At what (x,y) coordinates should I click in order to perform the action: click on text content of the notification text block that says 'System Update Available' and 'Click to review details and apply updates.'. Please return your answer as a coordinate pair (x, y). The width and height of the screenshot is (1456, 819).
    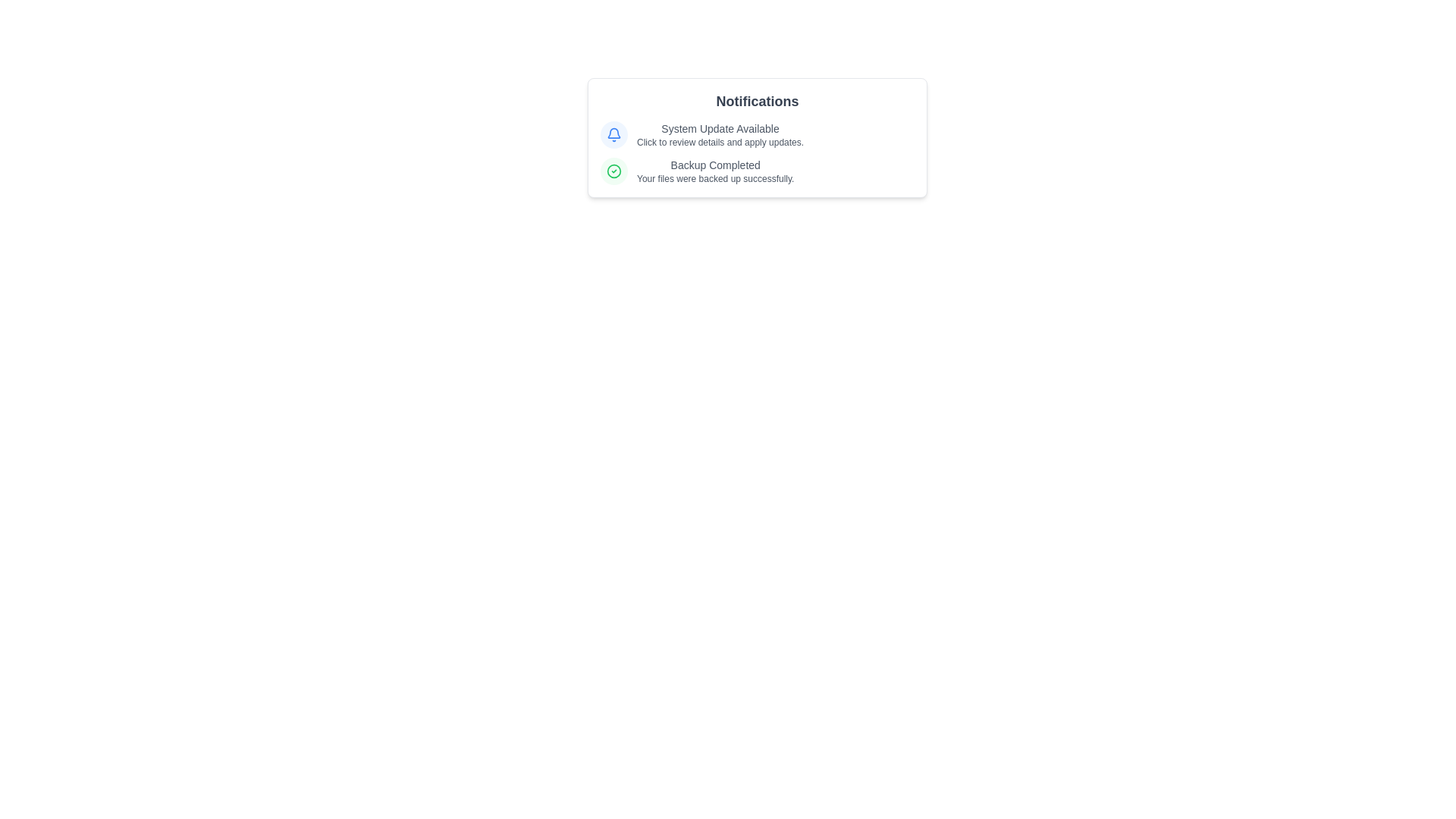
    Looking at the image, I should click on (720, 133).